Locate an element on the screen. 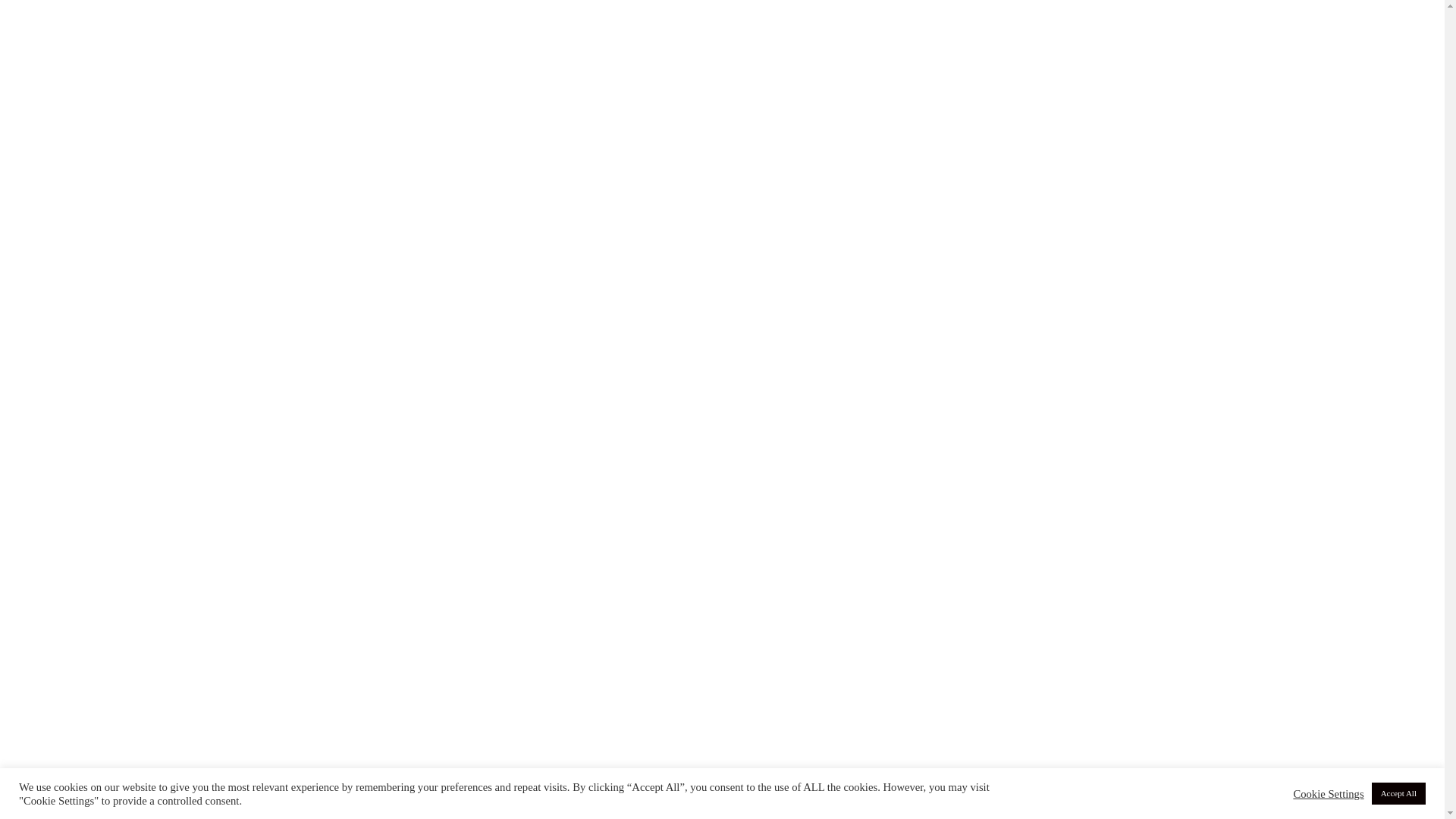 This screenshot has width=1456, height=819. 'Accept All' is located at coordinates (1398, 792).